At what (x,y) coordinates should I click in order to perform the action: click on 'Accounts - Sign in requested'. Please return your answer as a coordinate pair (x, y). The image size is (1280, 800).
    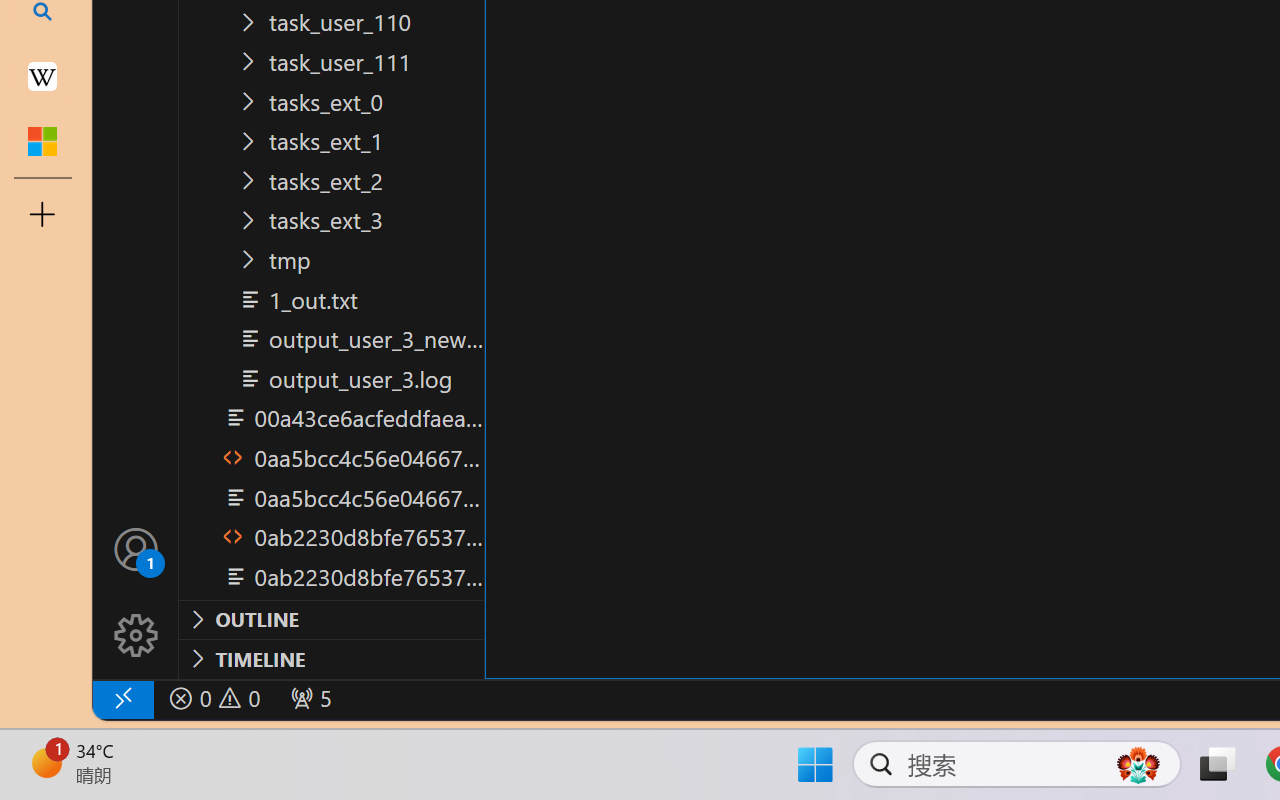
    Looking at the image, I should click on (134, 548).